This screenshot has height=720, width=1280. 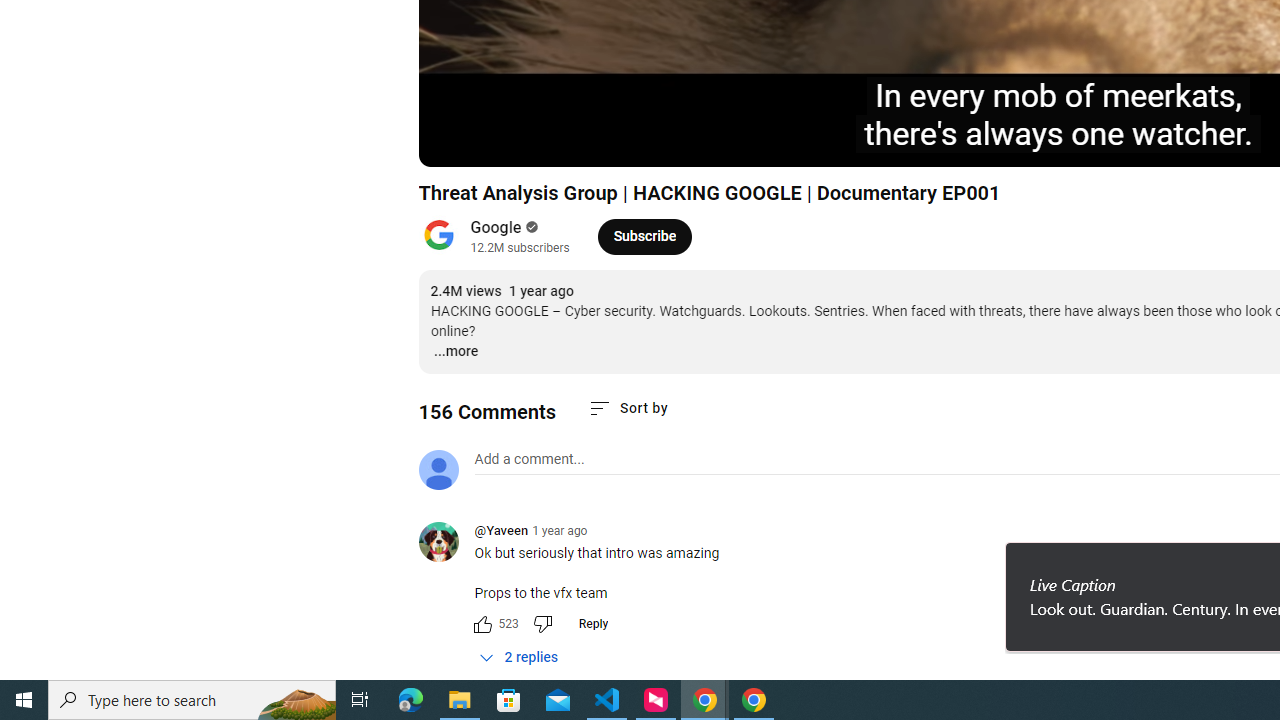 I want to click on 'AutomationID: simplebox-placeholder', so click(x=529, y=459).